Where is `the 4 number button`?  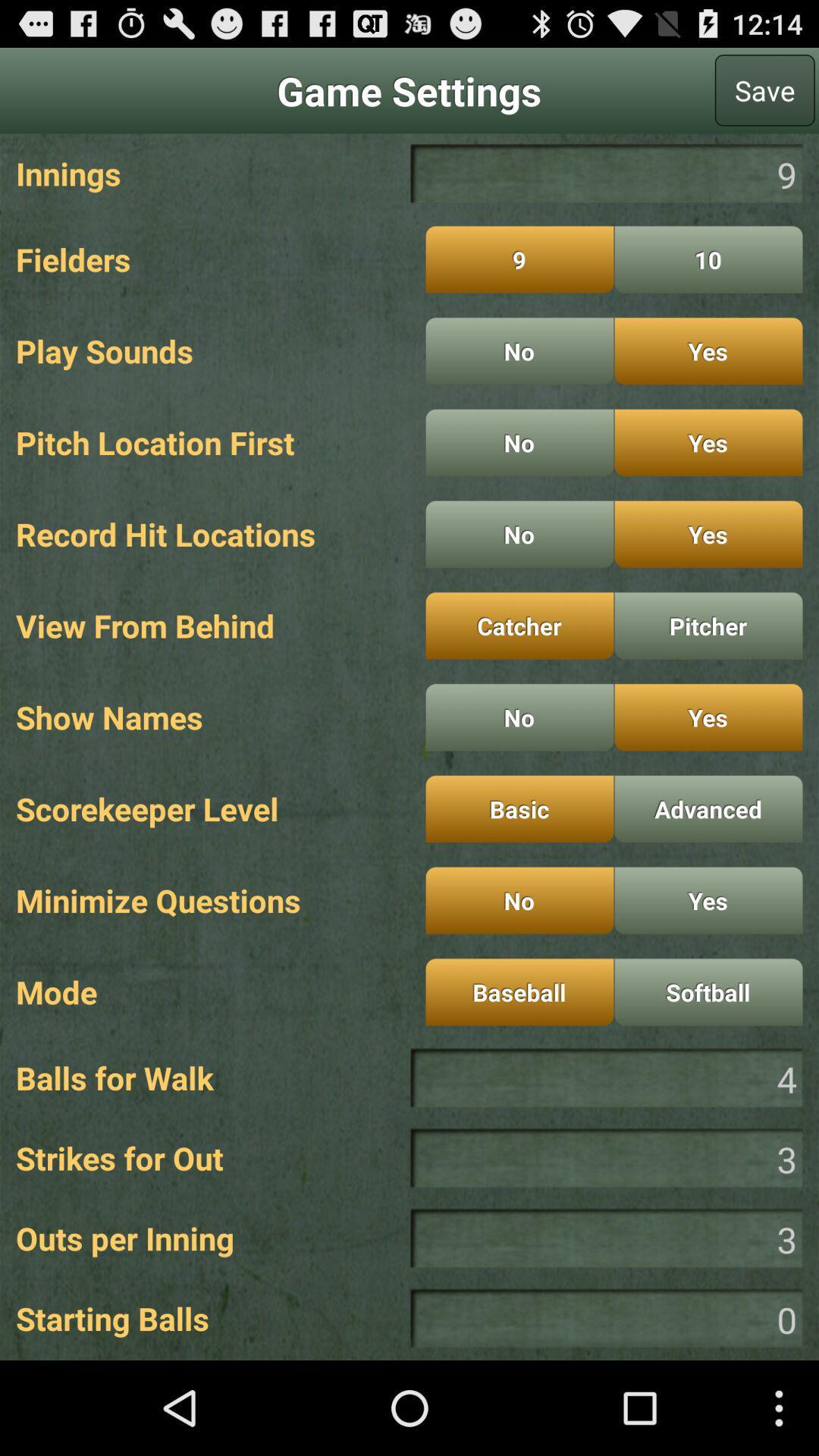 the 4 number button is located at coordinates (605, 1077).